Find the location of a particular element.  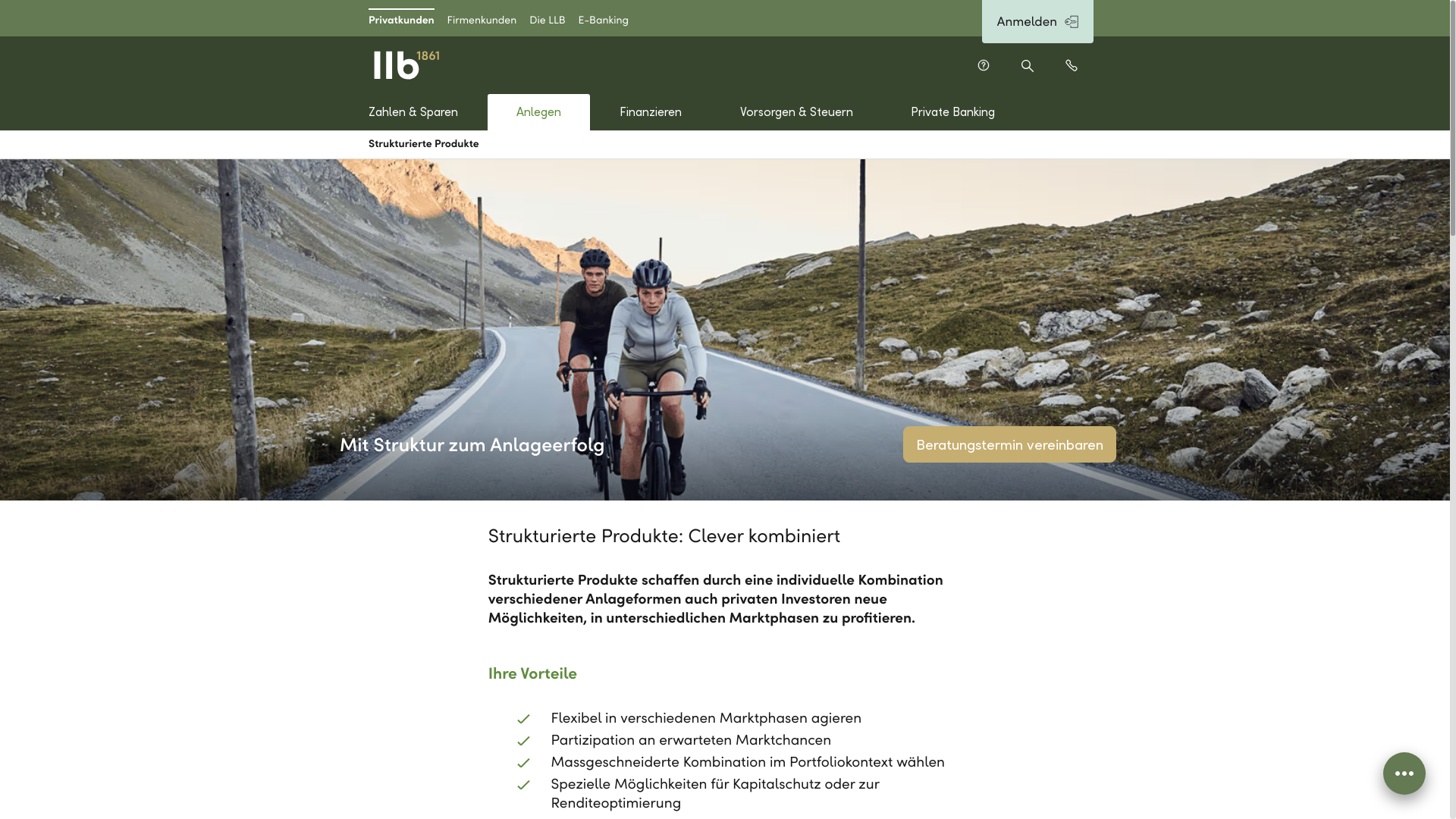

'Firmenkunden' is located at coordinates (481, 17).